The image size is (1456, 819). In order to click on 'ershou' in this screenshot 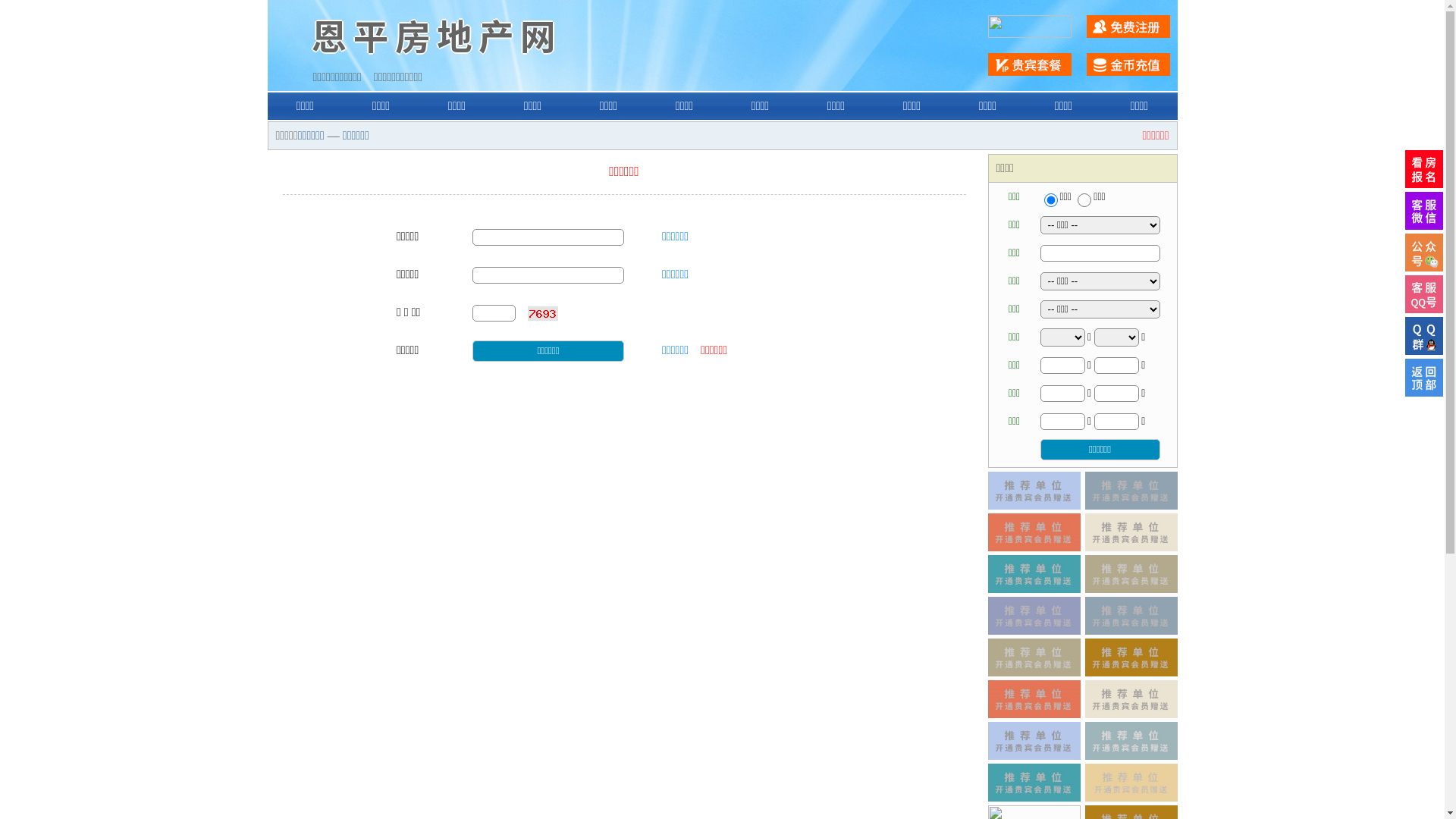, I will do `click(1050, 199)`.